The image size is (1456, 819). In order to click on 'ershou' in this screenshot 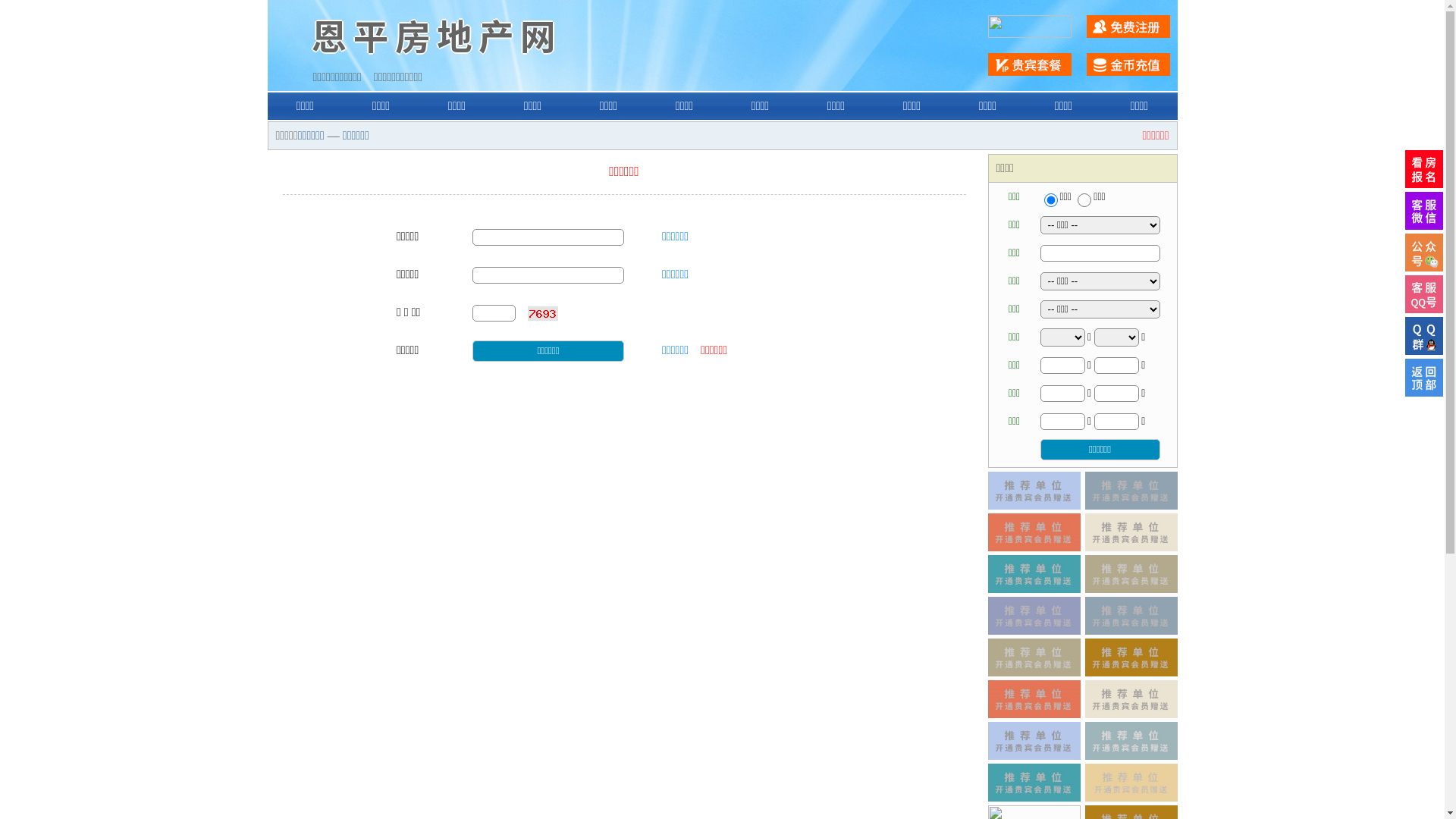, I will do `click(1050, 199)`.